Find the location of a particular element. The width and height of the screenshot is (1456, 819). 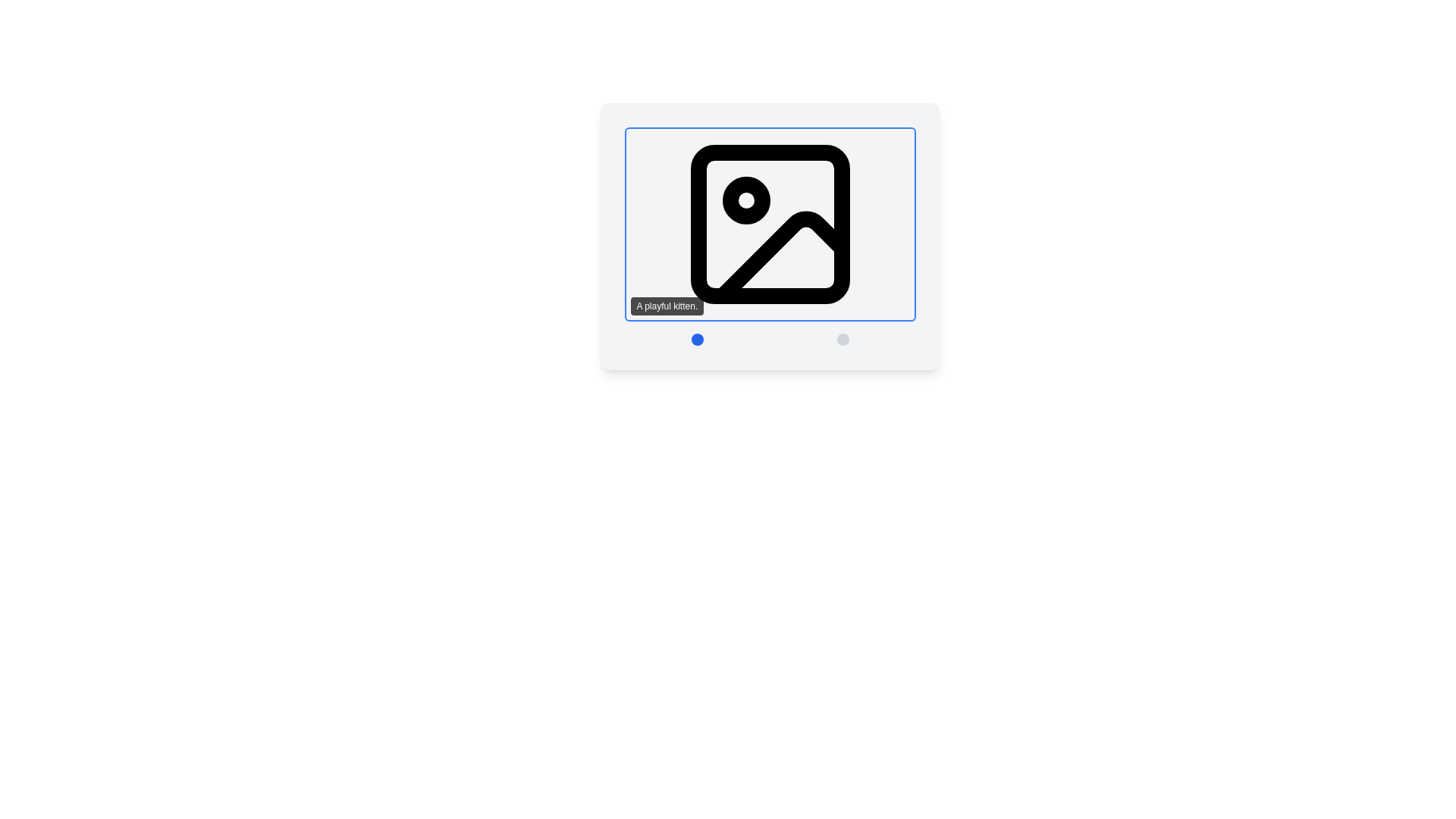

the image placeholder styled as a square icon with rounded corners, which includes a label reading 'A playful kitten.' positioned directly below it is located at coordinates (770, 224).